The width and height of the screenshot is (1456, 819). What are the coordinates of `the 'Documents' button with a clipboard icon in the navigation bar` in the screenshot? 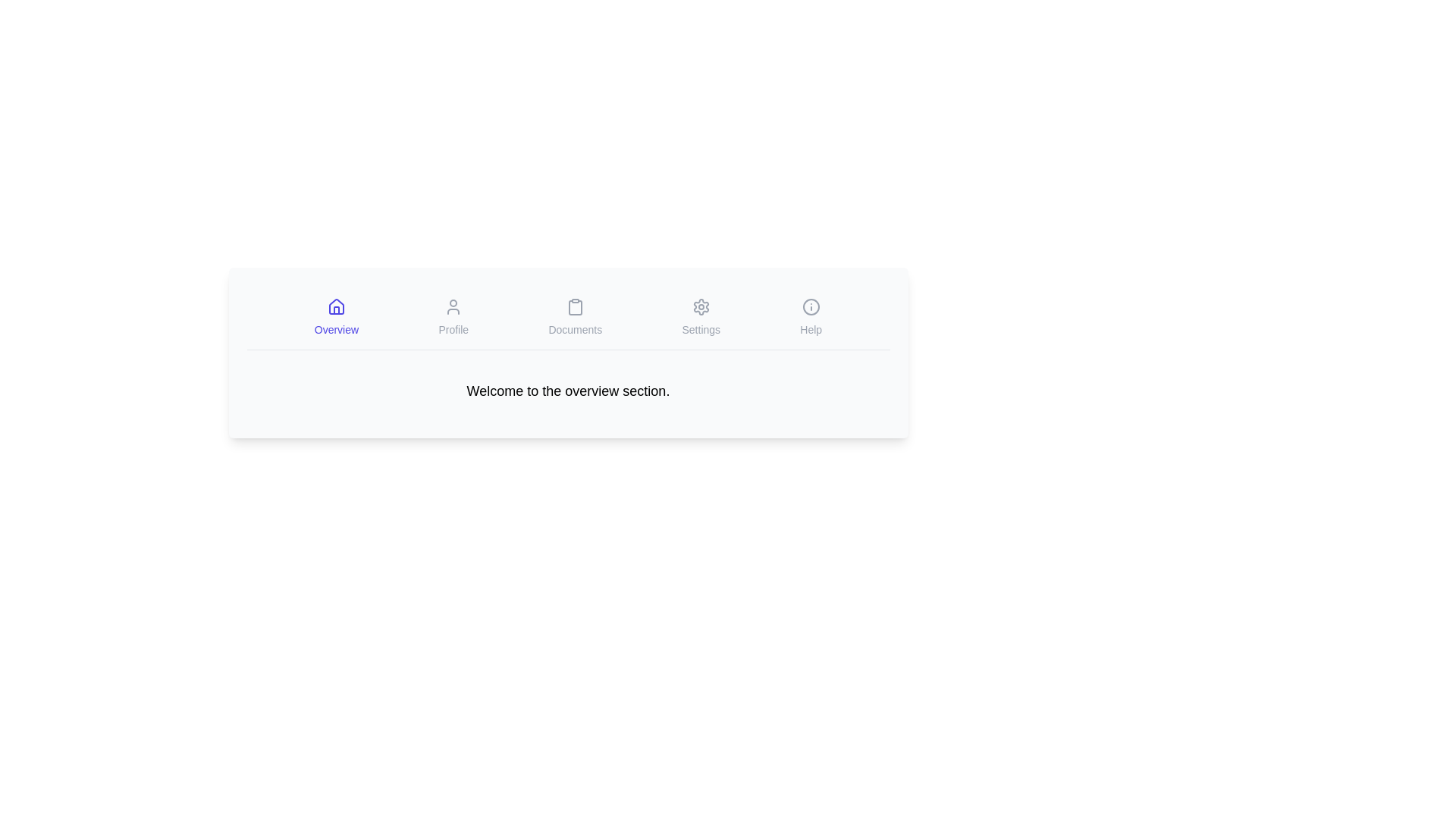 It's located at (574, 317).